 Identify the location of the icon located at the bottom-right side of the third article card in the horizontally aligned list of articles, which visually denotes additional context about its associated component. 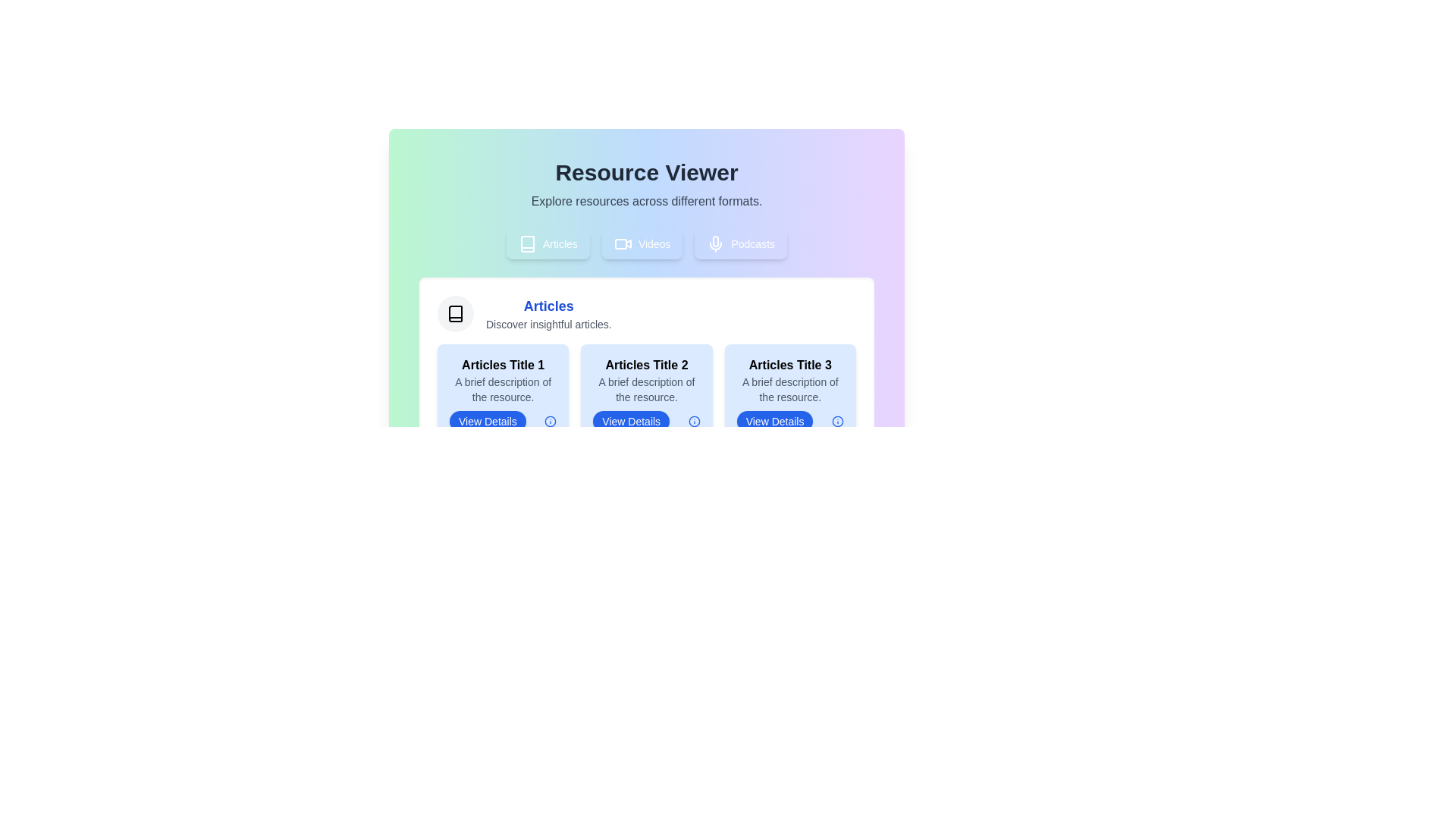
(550, 421).